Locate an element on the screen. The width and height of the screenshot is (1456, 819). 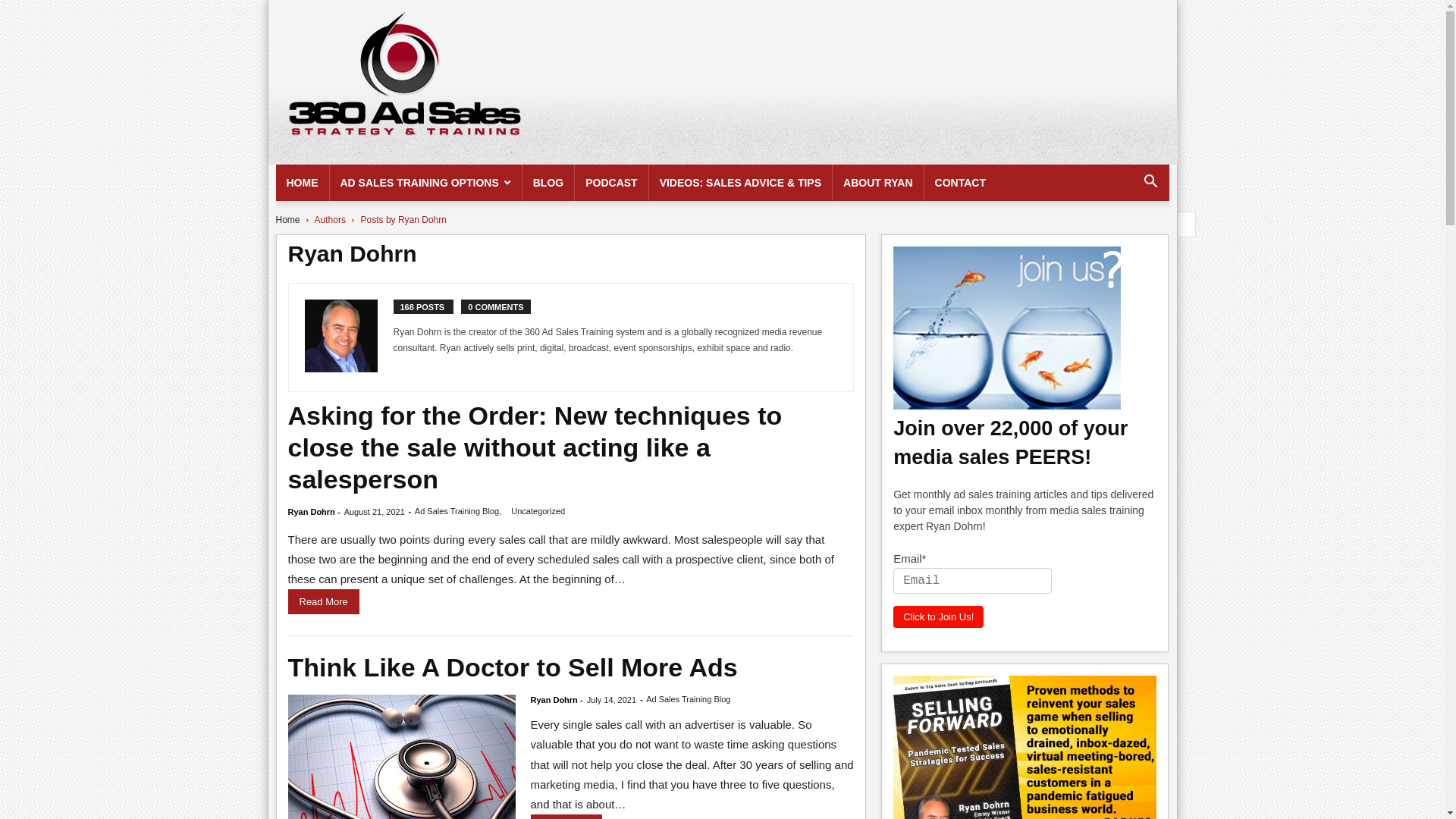
'CONTACT' is located at coordinates (959, 181).